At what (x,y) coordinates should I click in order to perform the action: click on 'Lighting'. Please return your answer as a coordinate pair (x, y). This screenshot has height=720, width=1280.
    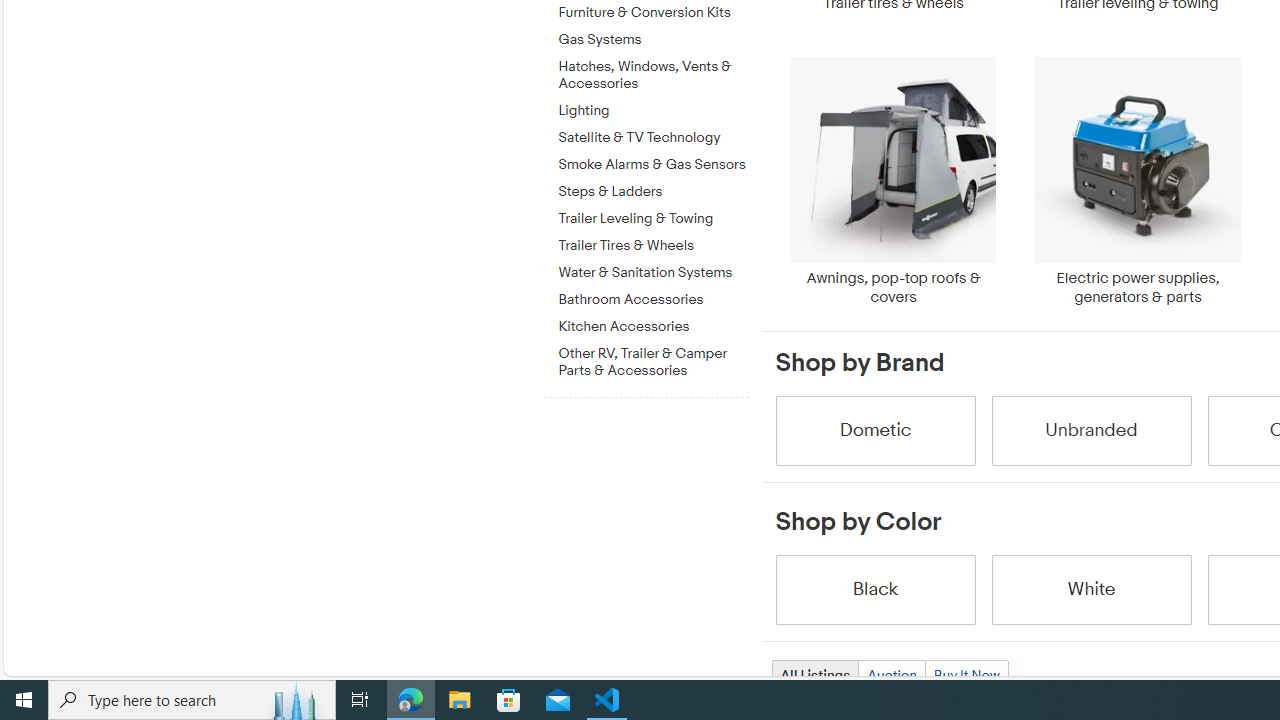
    Looking at the image, I should click on (653, 111).